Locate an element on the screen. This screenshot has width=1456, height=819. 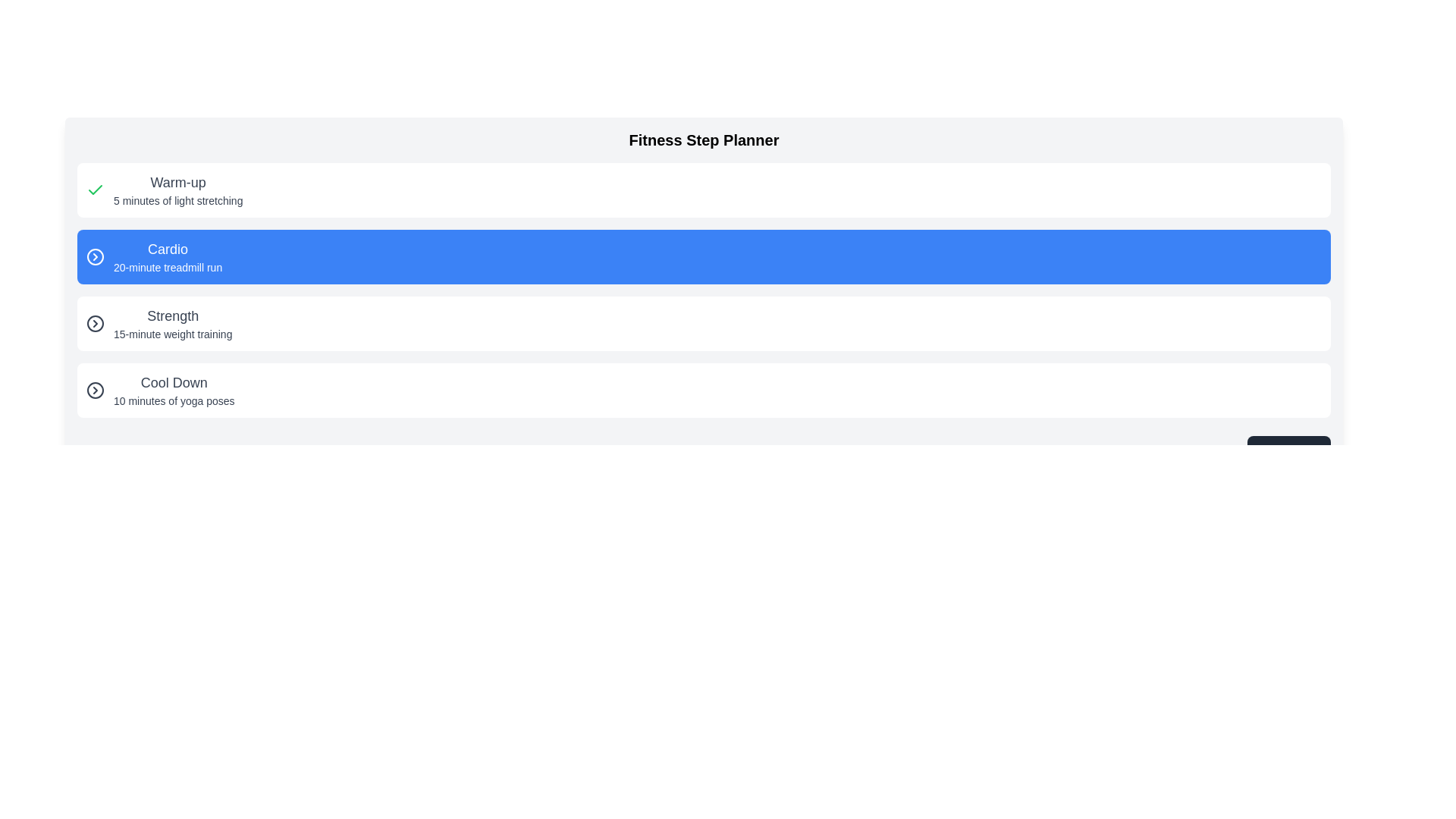
the 'Warm-up' text label, which is a prominent heading styled with a larger font size and bold weight, positioned at the top left of the step details section is located at coordinates (178, 181).